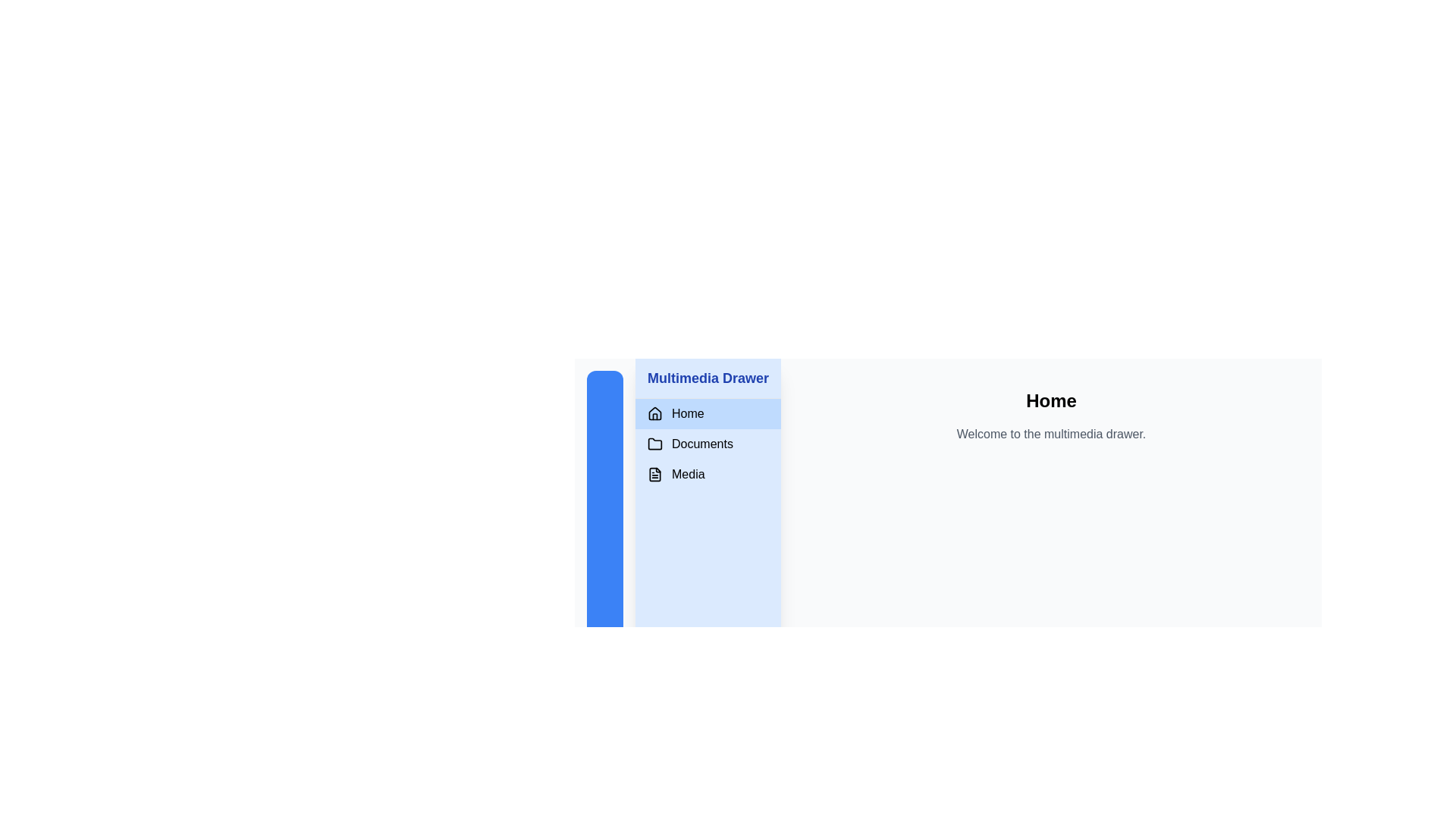 This screenshot has height=819, width=1456. Describe the element at coordinates (708, 378) in the screenshot. I see `the 'Multimedia Drawer' static text header, which is a bold, large dark blue title located at the top of the vertical navigation column with a light blue background` at that location.